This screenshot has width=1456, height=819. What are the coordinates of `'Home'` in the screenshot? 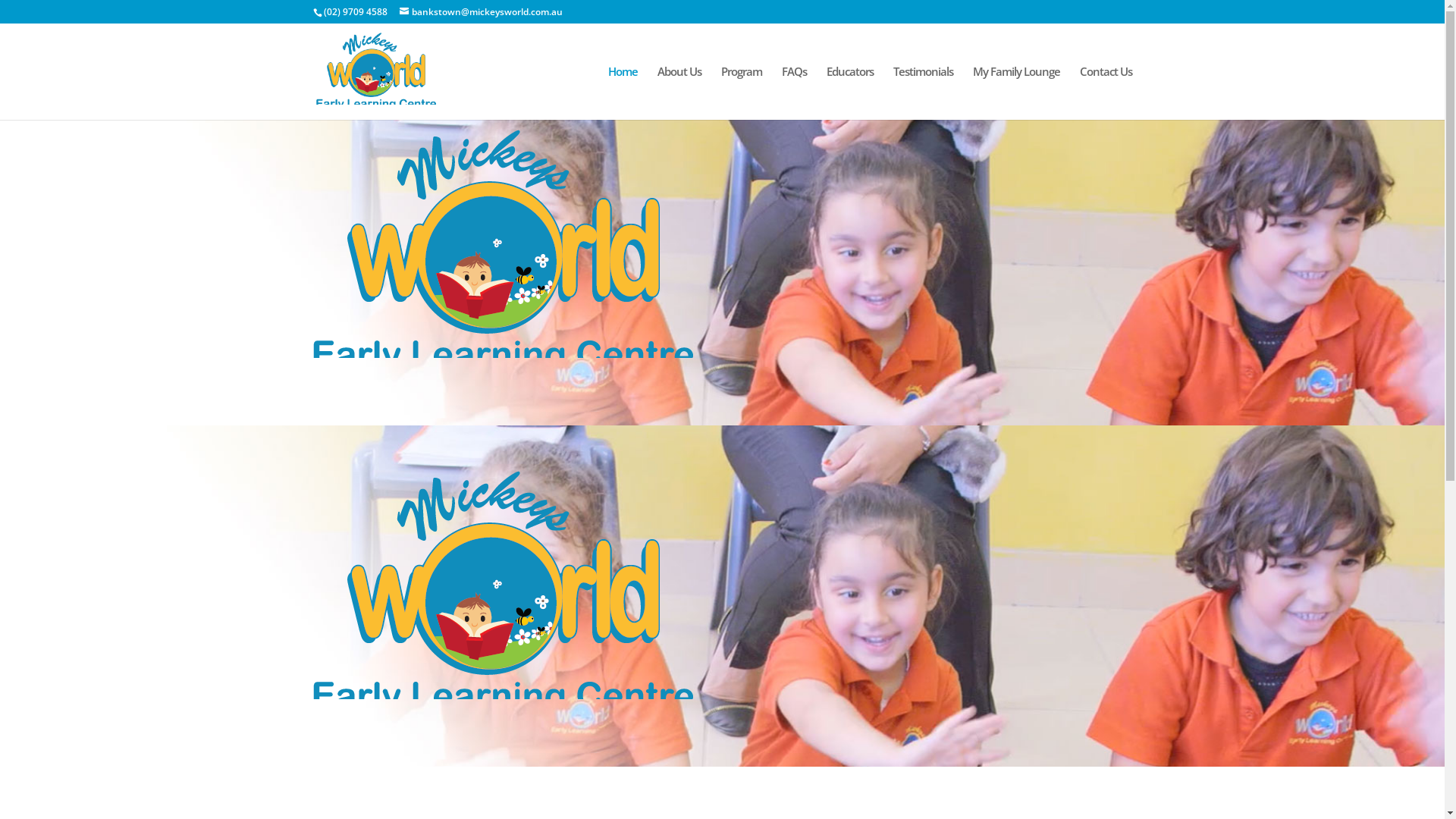 It's located at (623, 93).